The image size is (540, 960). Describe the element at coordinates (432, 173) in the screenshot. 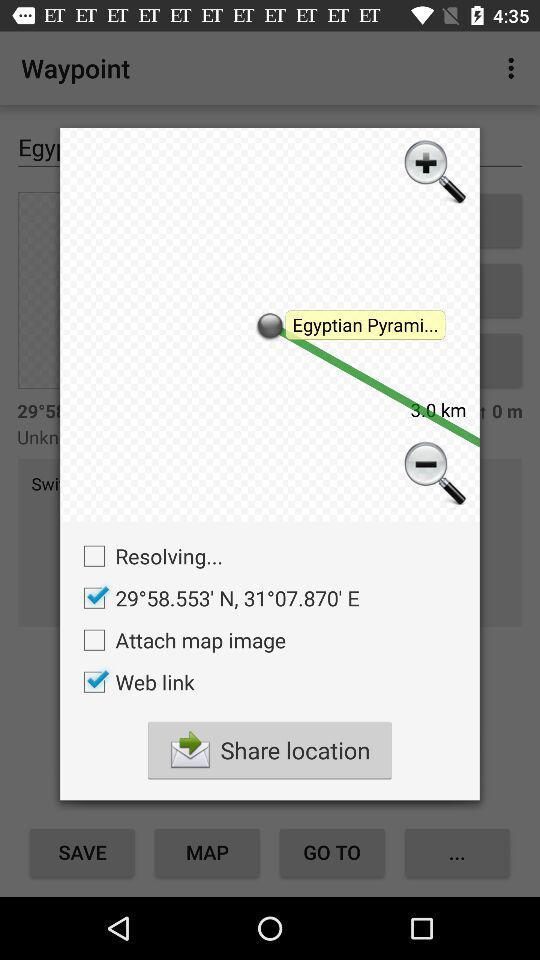

I see `zoom in` at that location.